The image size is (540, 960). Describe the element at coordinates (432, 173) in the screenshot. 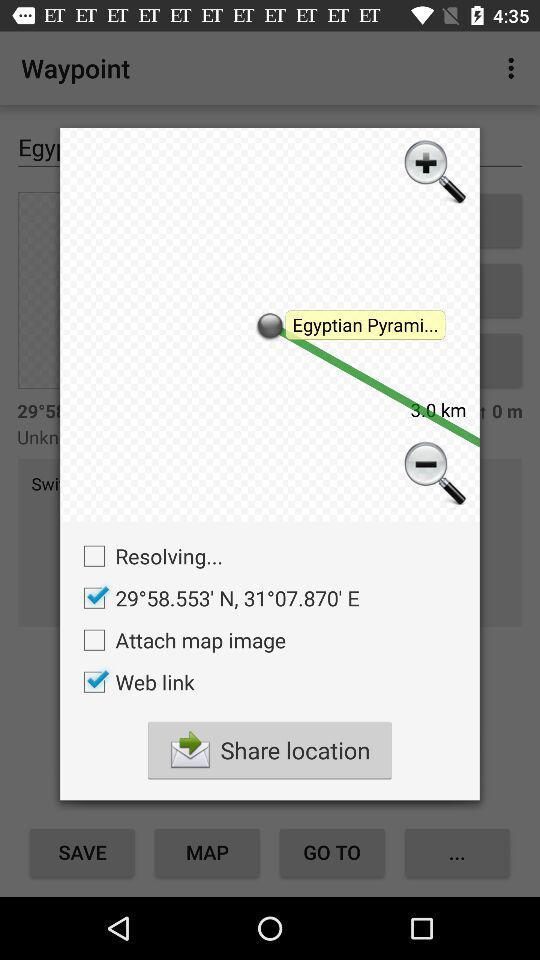

I see `zoom in` at that location.